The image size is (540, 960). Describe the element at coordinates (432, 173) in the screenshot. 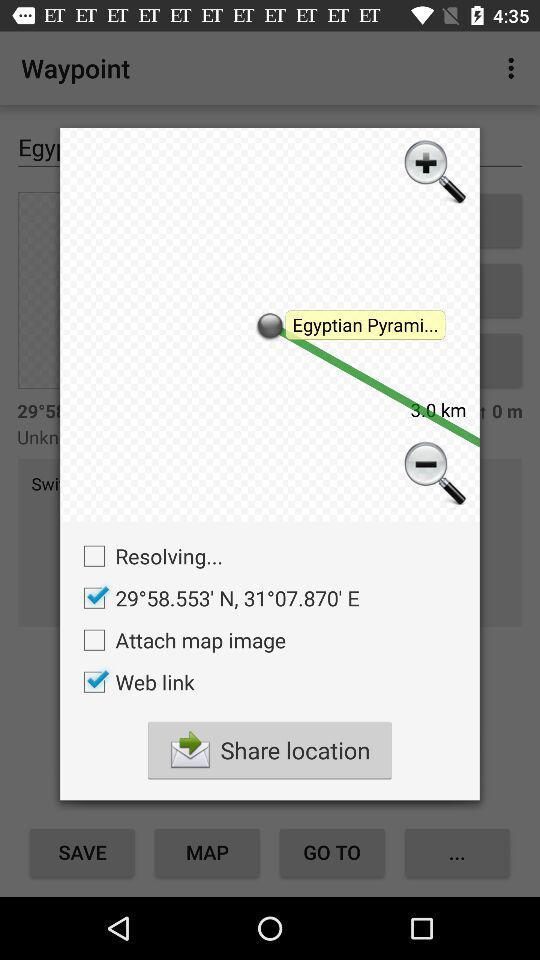

I see `zoom in` at that location.